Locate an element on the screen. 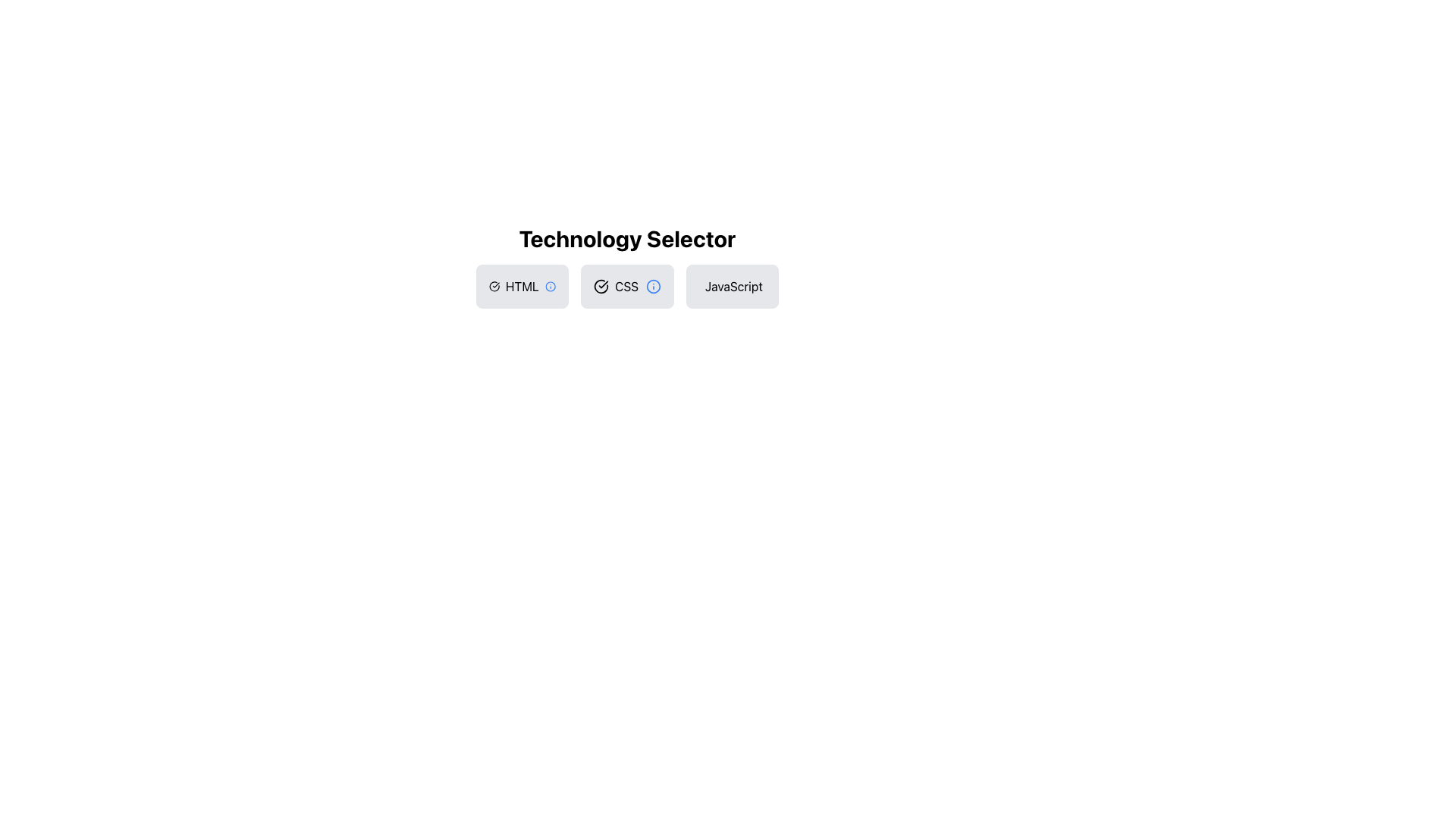 This screenshot has width=1456, height=819. the SVG circle that forms the outer circular boundary of the information icon, which is located to the right of the 'CSS' button is located at coordinates (549, 287).